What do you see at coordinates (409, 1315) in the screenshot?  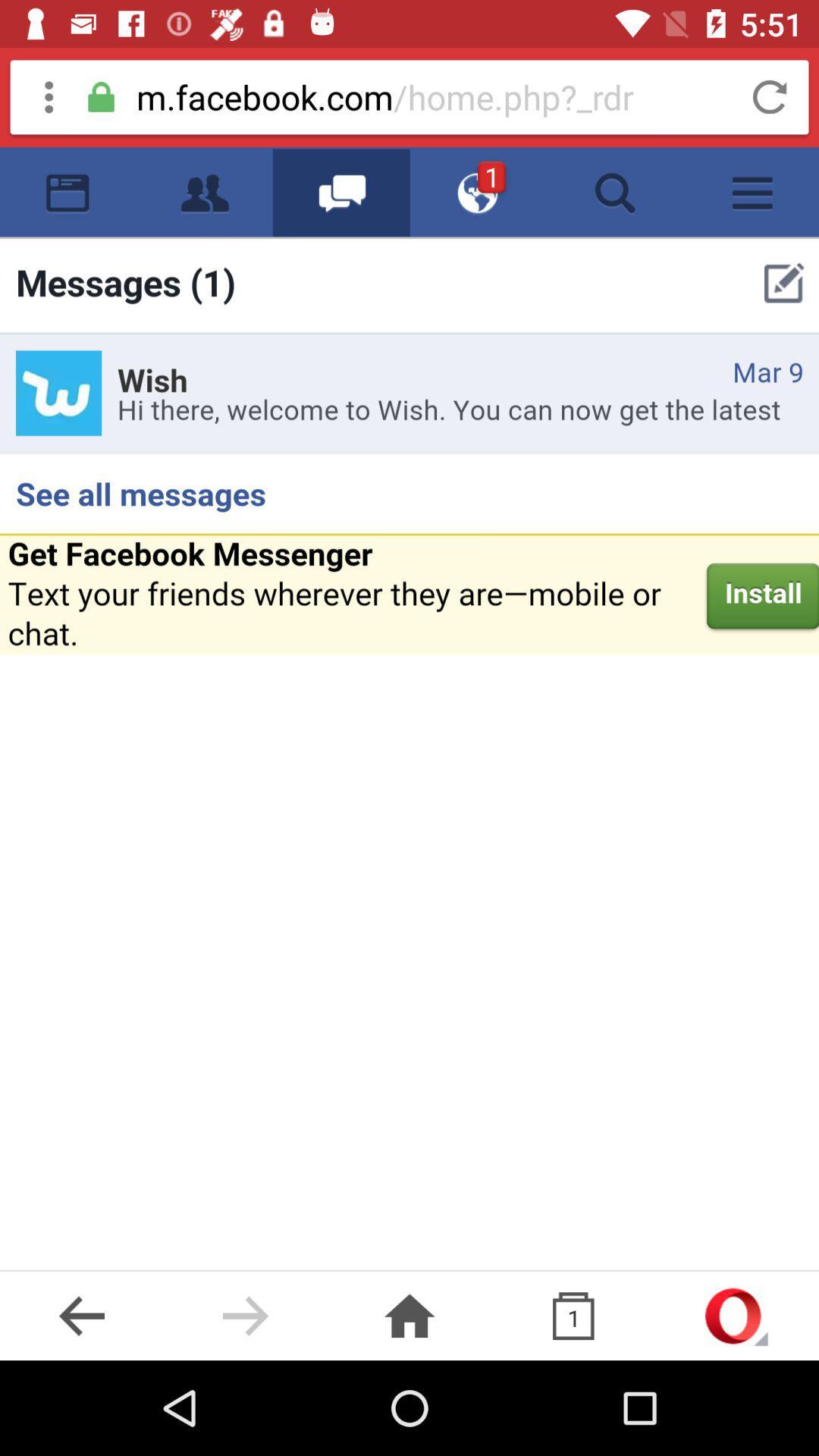 I see `the home icon` at bounding box center [409, 1315].